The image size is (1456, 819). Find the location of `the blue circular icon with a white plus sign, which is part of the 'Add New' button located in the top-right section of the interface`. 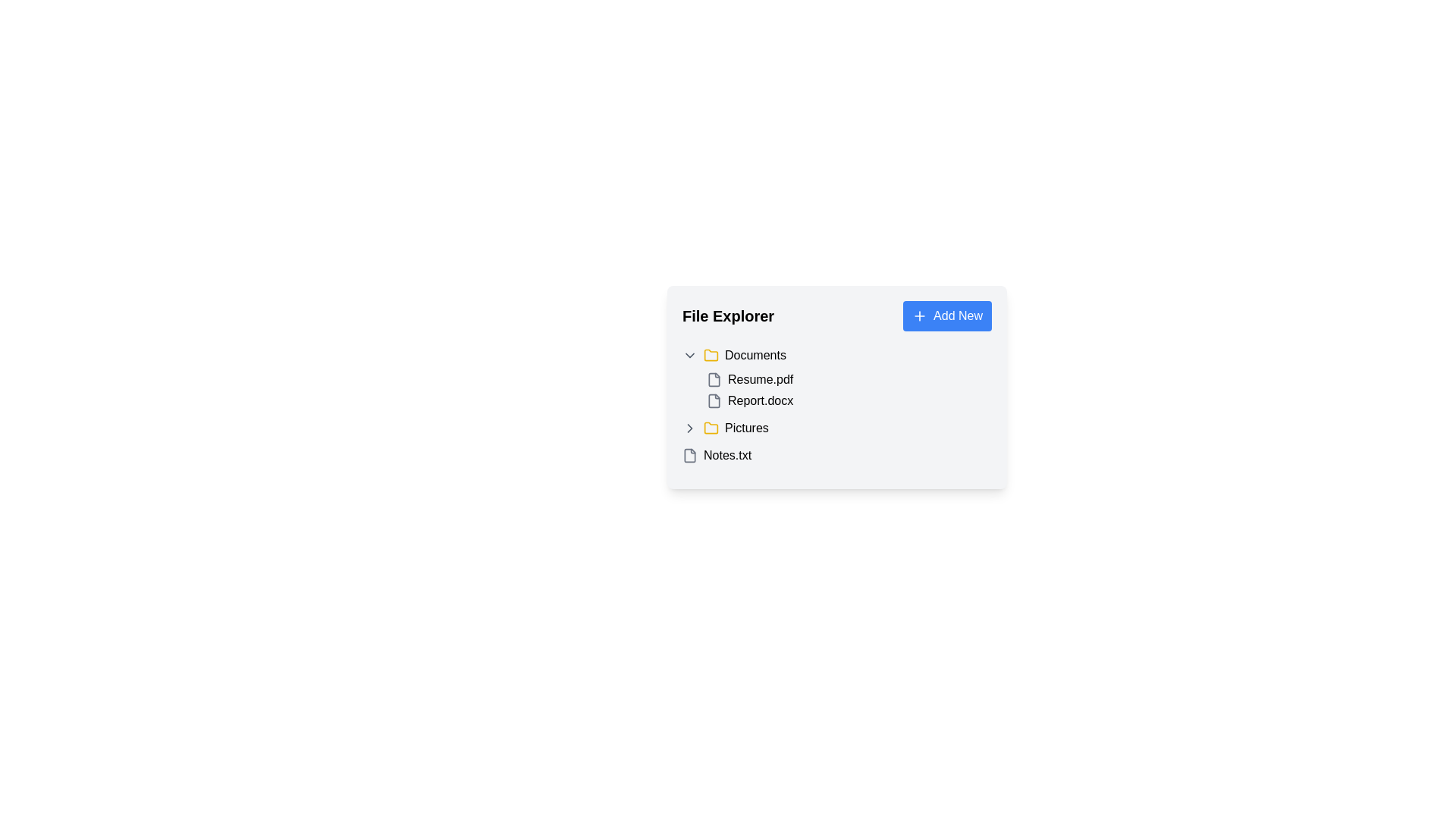

the blue circular icon with a white plus sign, which is part of the 'Add New' button located in the top-right section of the interface is located at coordinates (919, 315).